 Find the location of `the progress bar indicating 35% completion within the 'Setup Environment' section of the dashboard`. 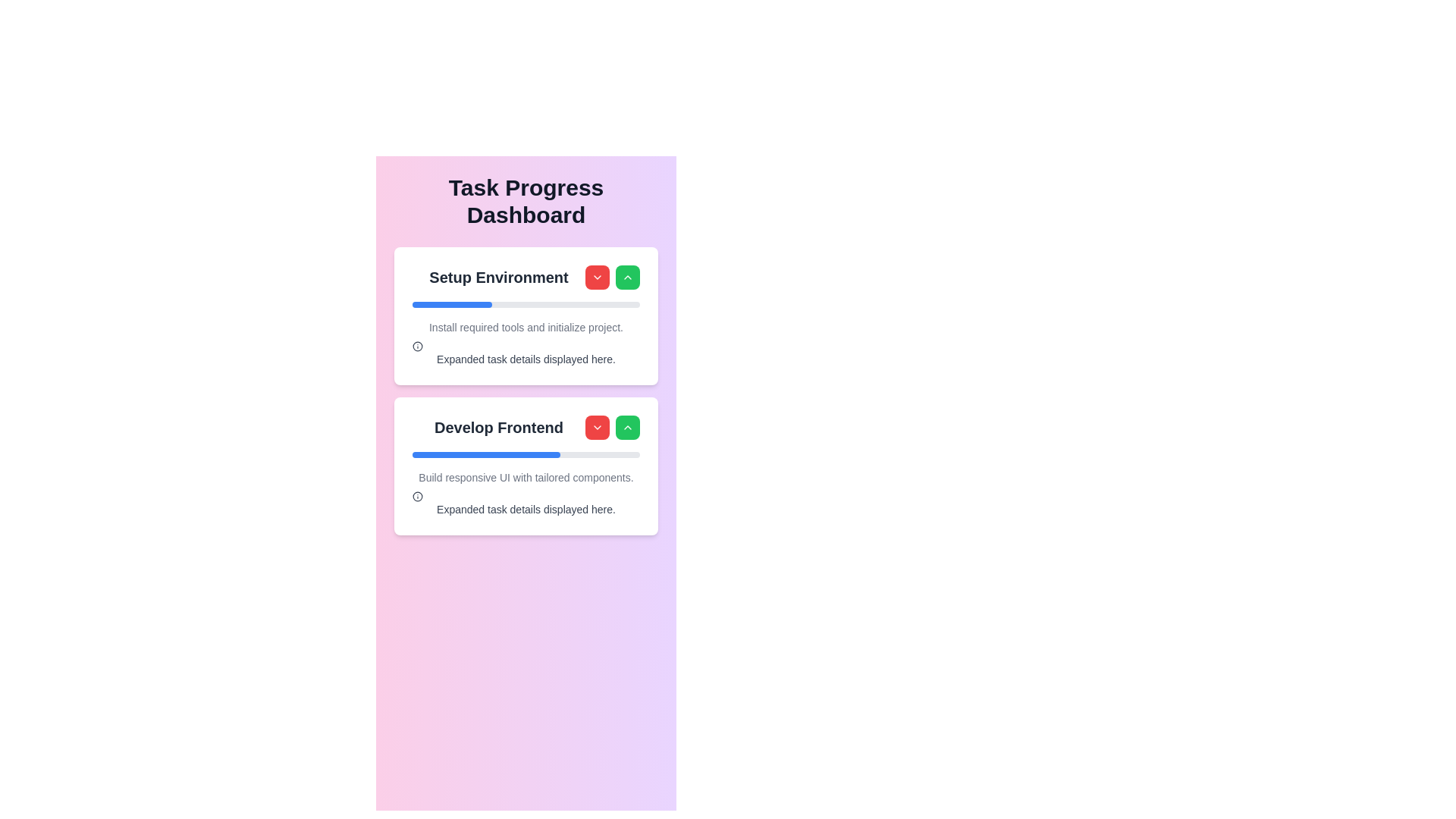

the progress bar indicating 35% completion within the 'Setup Environment' section of the dashboard is located at coordinates (451, 304).